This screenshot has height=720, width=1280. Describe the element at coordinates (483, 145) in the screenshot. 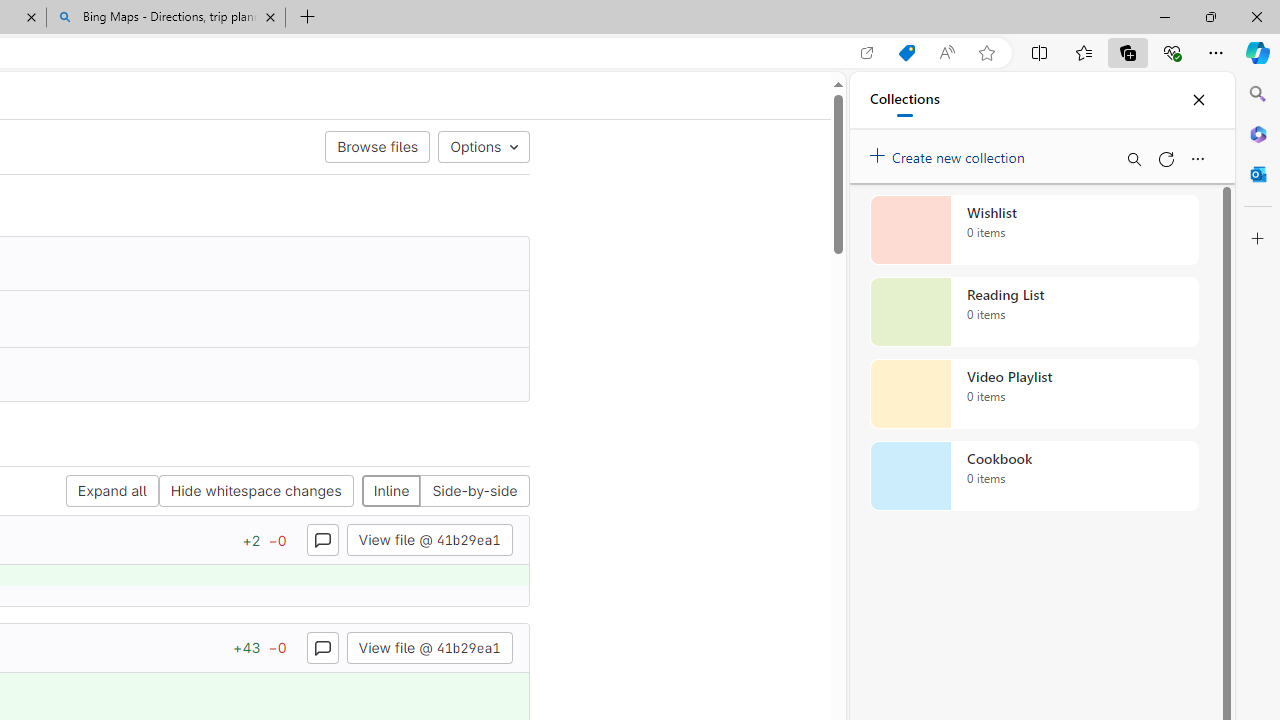

I see `'Options'` at that location.